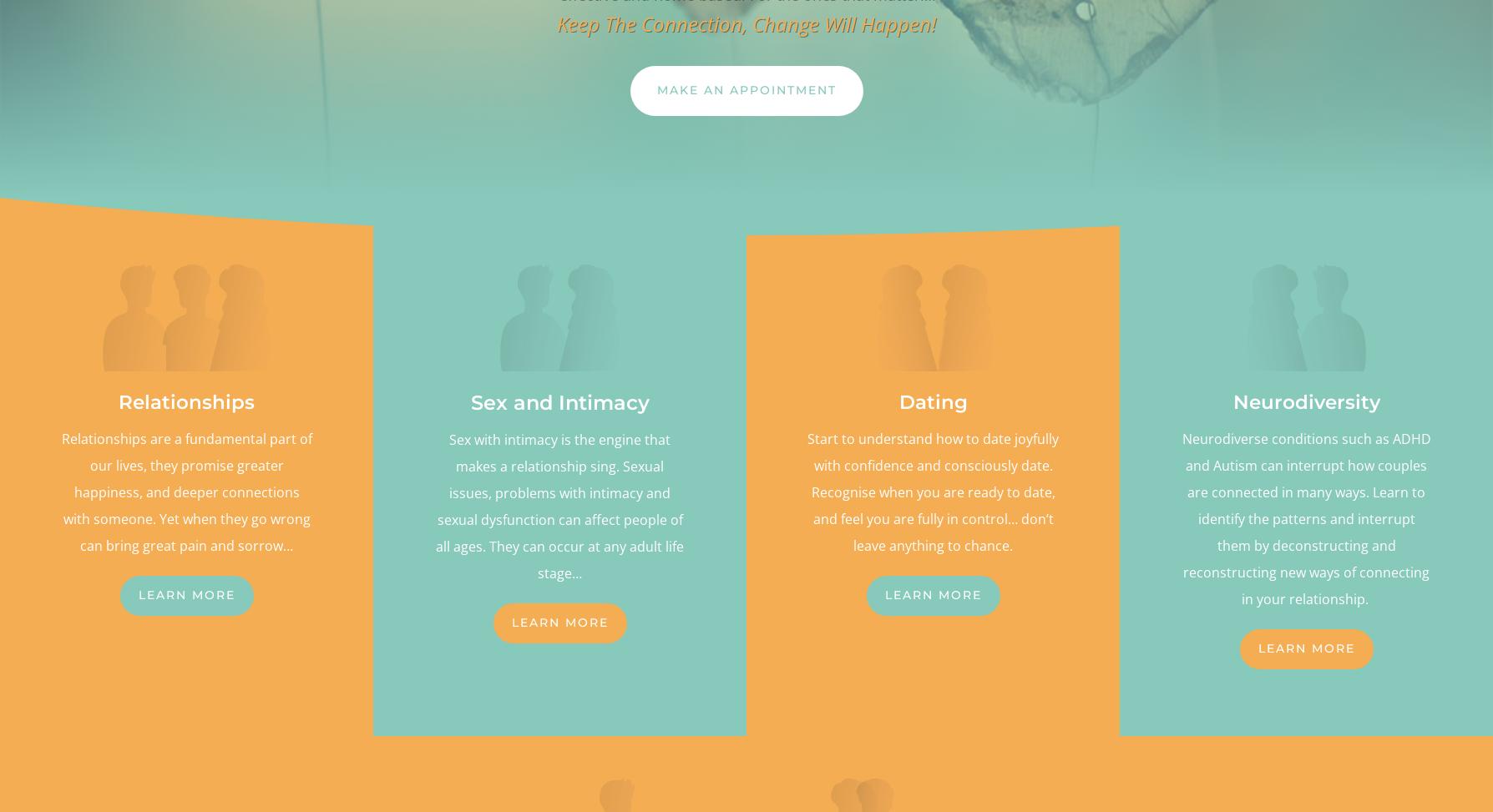  Describe the element at coordinates (559, 506) in the screenshot. I see `'Sex with intimacy is the engine that makes a relationship sing. Sexual issues, problems with intimacy and sexual dysfunction can affect people of all ages. They can occur at any adult life stage…'` at that location.